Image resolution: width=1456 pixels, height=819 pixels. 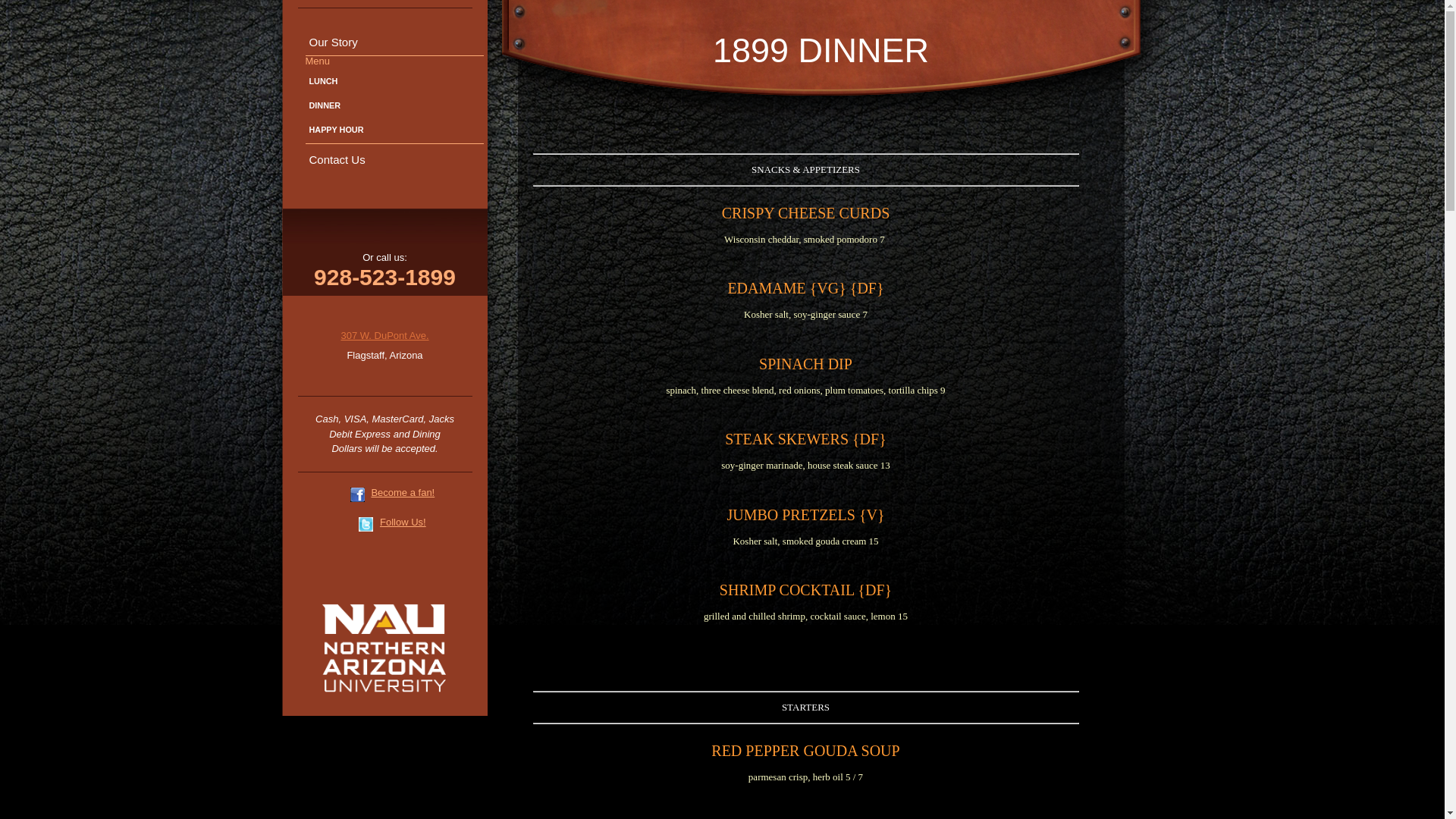 What do you see at coordinates (384, 334) in the screenshot?
I see `'307 W. DuPont Ave.'` at bounding box center [384, 334].